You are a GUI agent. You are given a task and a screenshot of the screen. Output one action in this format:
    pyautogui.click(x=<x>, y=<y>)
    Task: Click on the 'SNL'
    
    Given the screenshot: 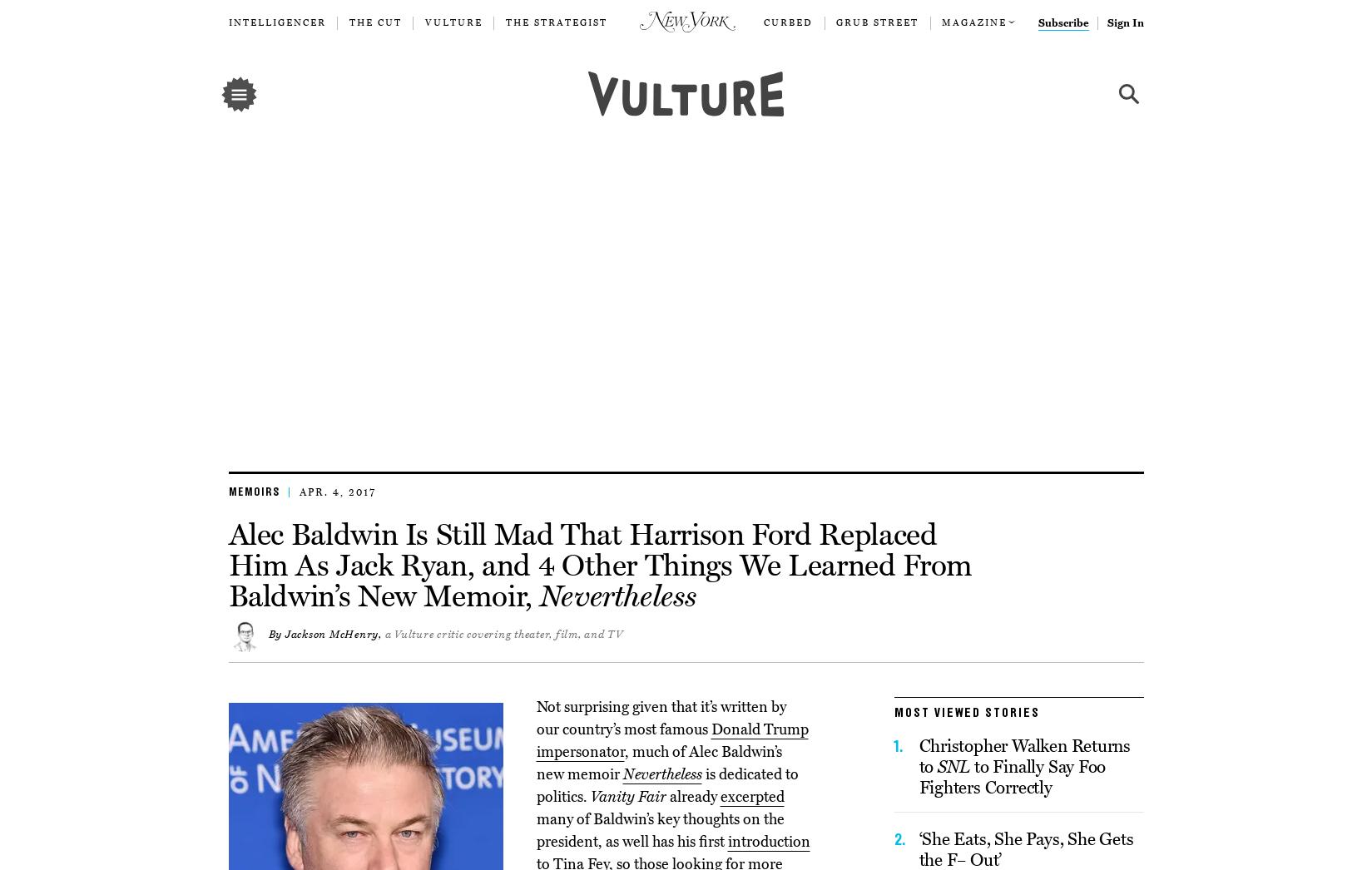 What is the action you would take?
    pyautogui.click(x=953, y=766)
    